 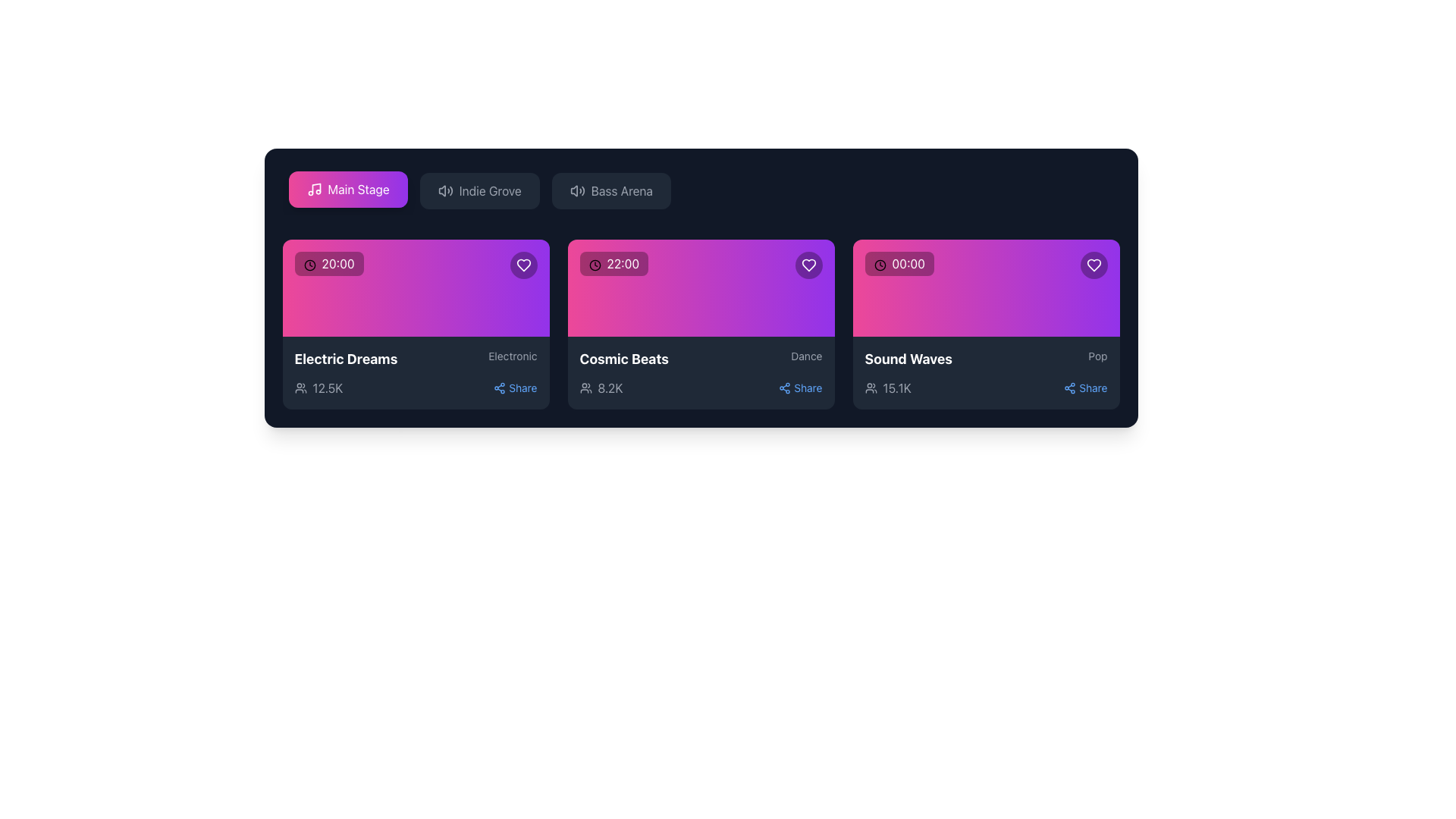 What do you see at coordinates (888, 388) in the screenshot?
I see `information presented in the gray icon resembling two user silhouettes and the numeric text '15.1K', located under the 'Sound Waves' card, to the left of the 'Share' link` at bounding box center [888, 388].